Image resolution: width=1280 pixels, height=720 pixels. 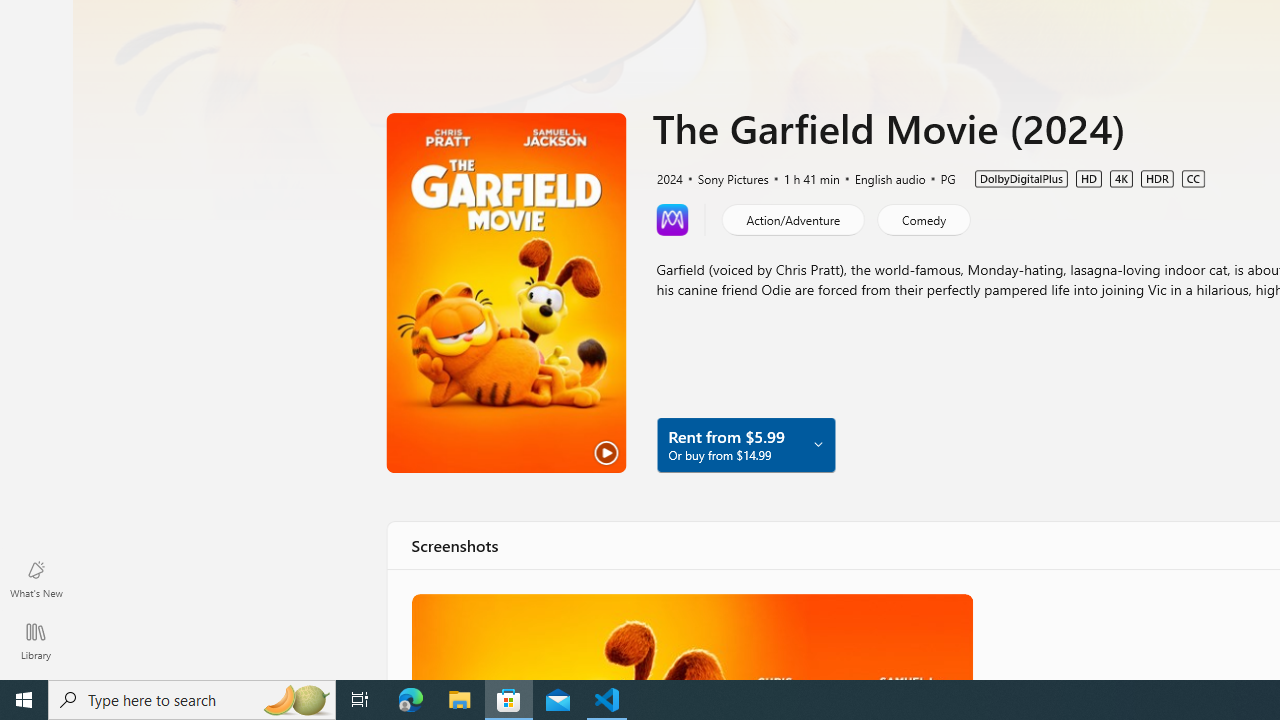 I want to click on 'Learn more about Movies Anywhere', so click(x=672, y=218).